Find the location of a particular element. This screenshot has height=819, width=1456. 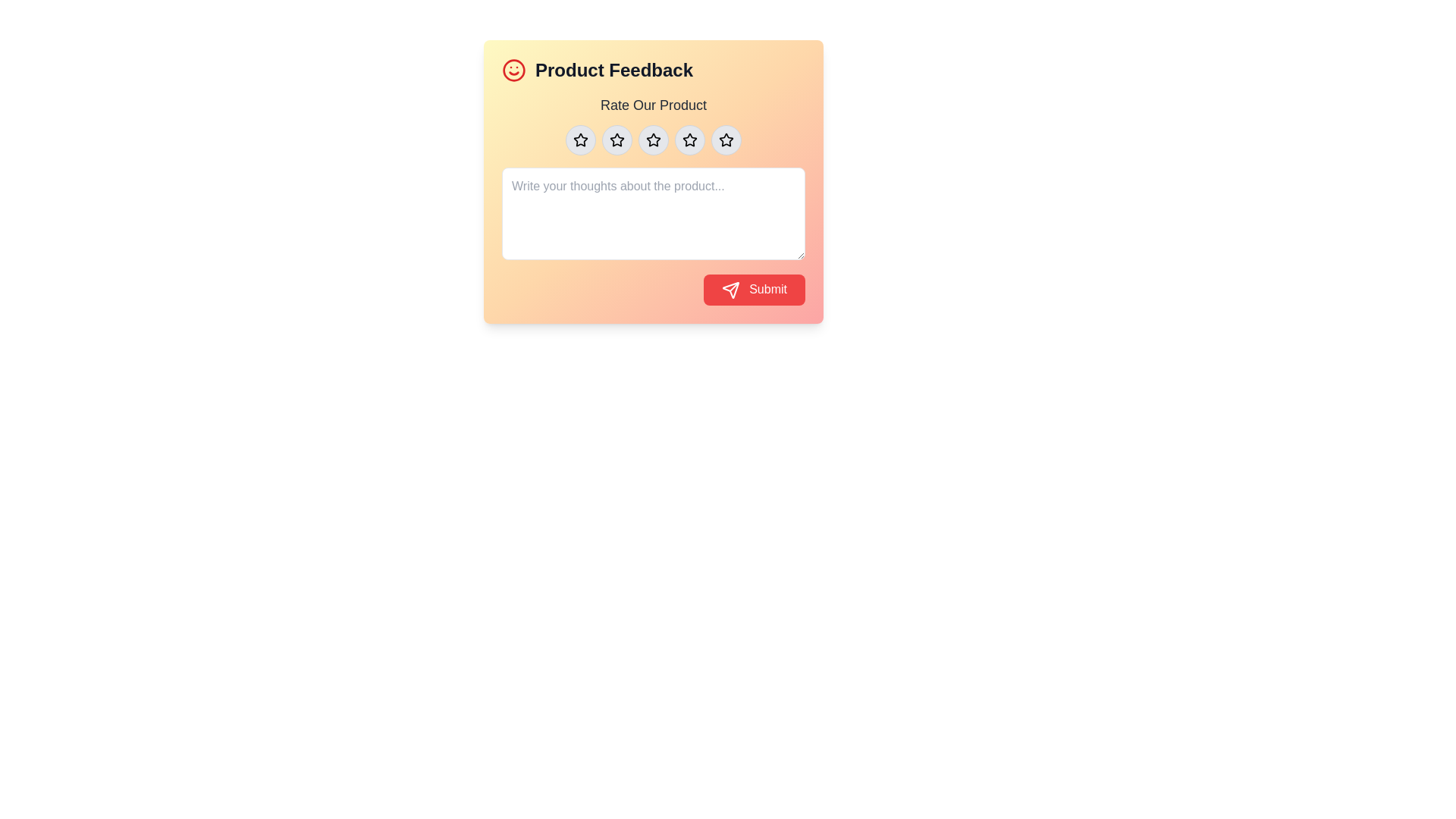

the fourth button in the five-level rating system located below the text 'Rate Our Product' is located at coordinates (689, 140).